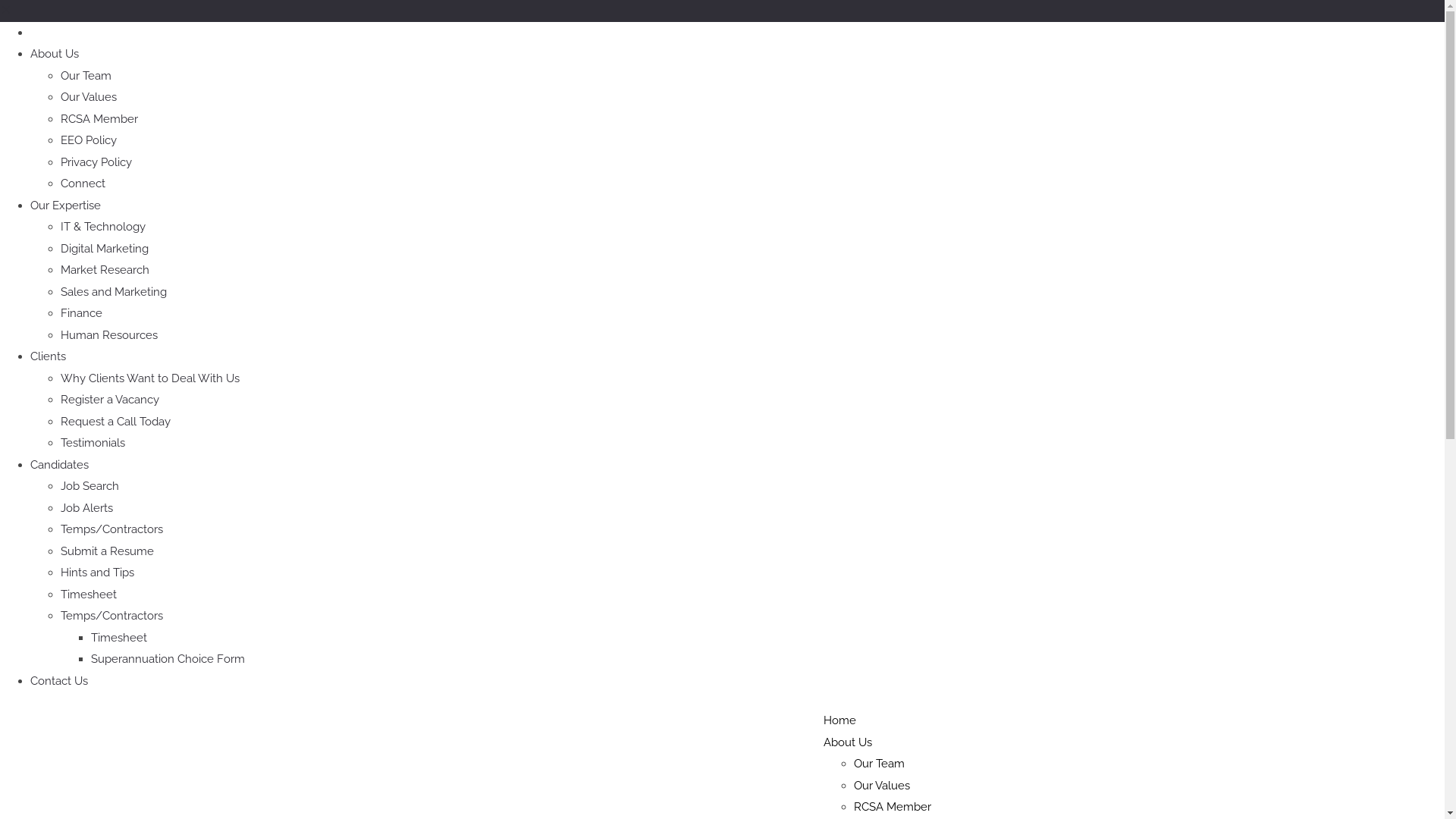 The height and width of the screenshot is (819, 1456). What do you see at coordinates (86, 507) in the screenshot?
I see `'Job Alerts'` at bounding box center [86, 507].